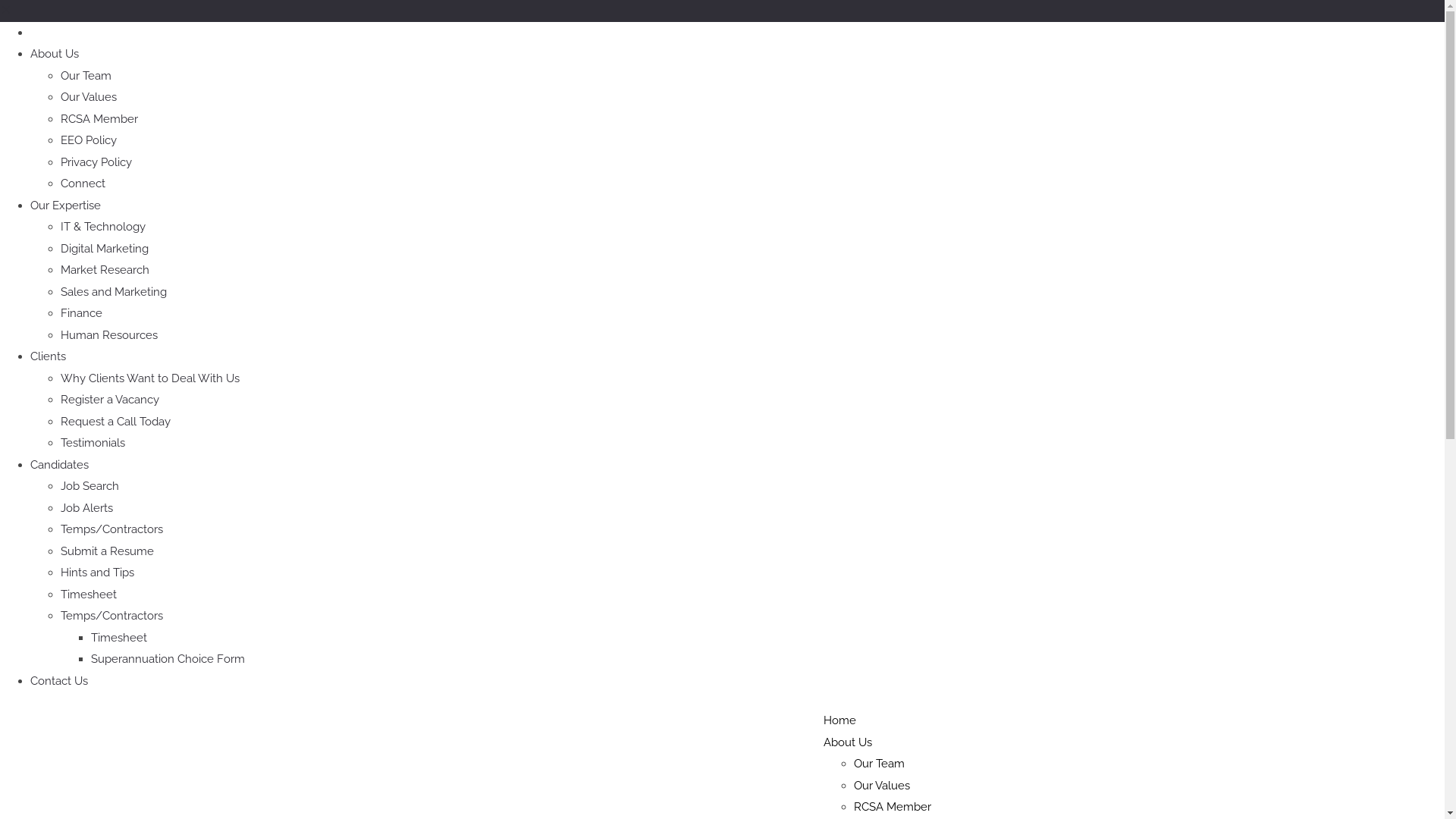 The height and width of the screenshot is (819, 1456). What do you see at coordinates (86, 507) in the screenshot?
I see `'Job Alerts'` at bounding box center [86, 507].